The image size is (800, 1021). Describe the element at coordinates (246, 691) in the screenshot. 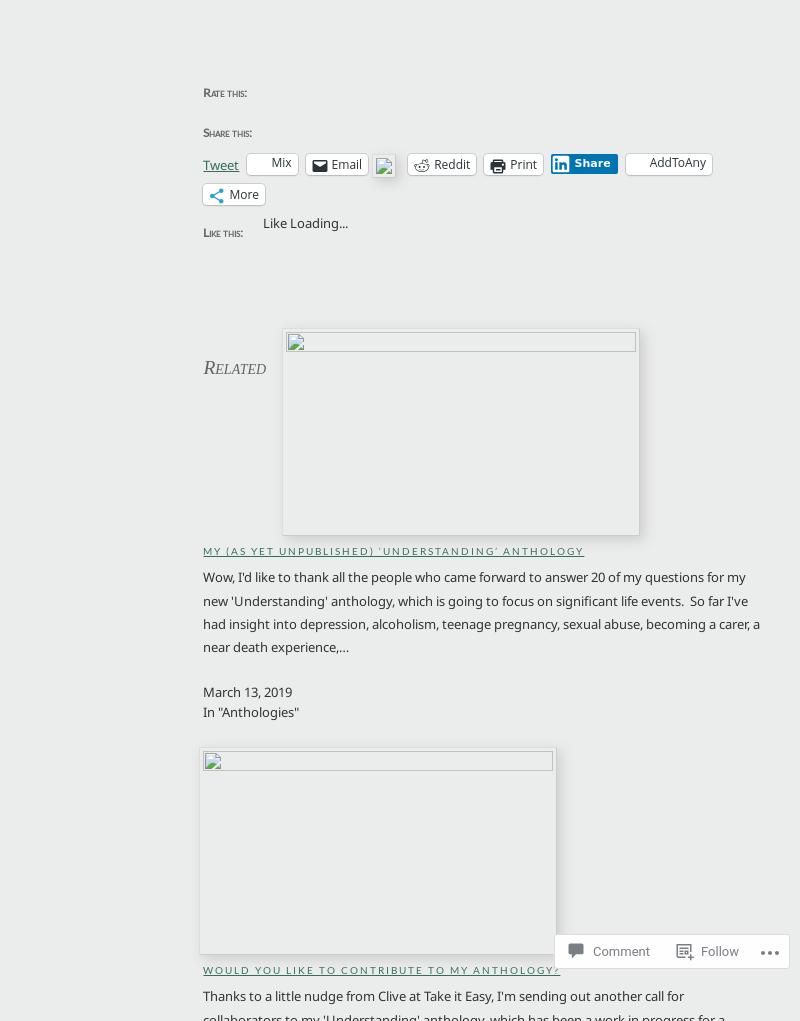

I see `'March 13, 2019'` at that location.